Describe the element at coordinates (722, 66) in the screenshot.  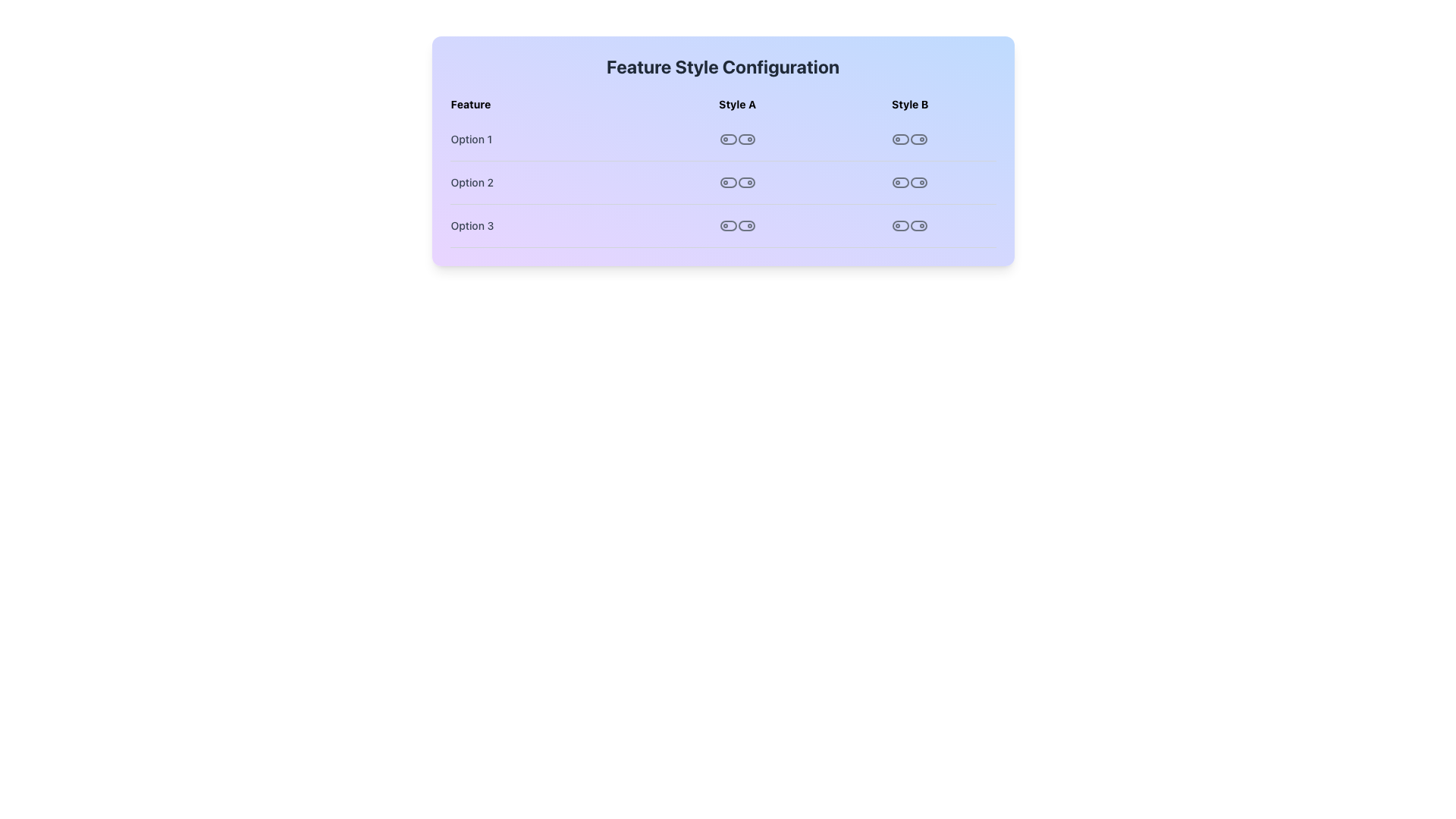
I see `bold, centered heading text 'Feature Style Configuration' located at the top of the panel with a gradient background` at that location.